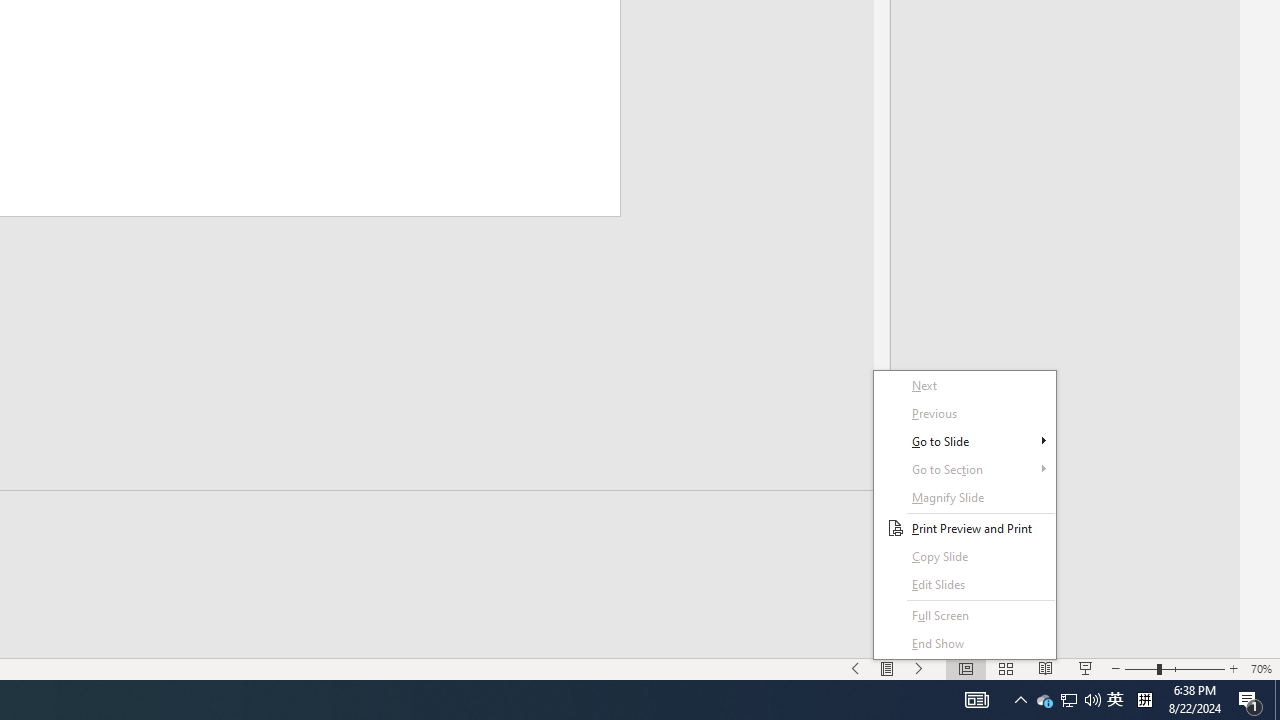 The height and width of the screenshot is (720, 1280). What do you see at coordinates (965, 440) in the screenshot?
I see `'Go to Slide'` at bounding box center [965, 440].